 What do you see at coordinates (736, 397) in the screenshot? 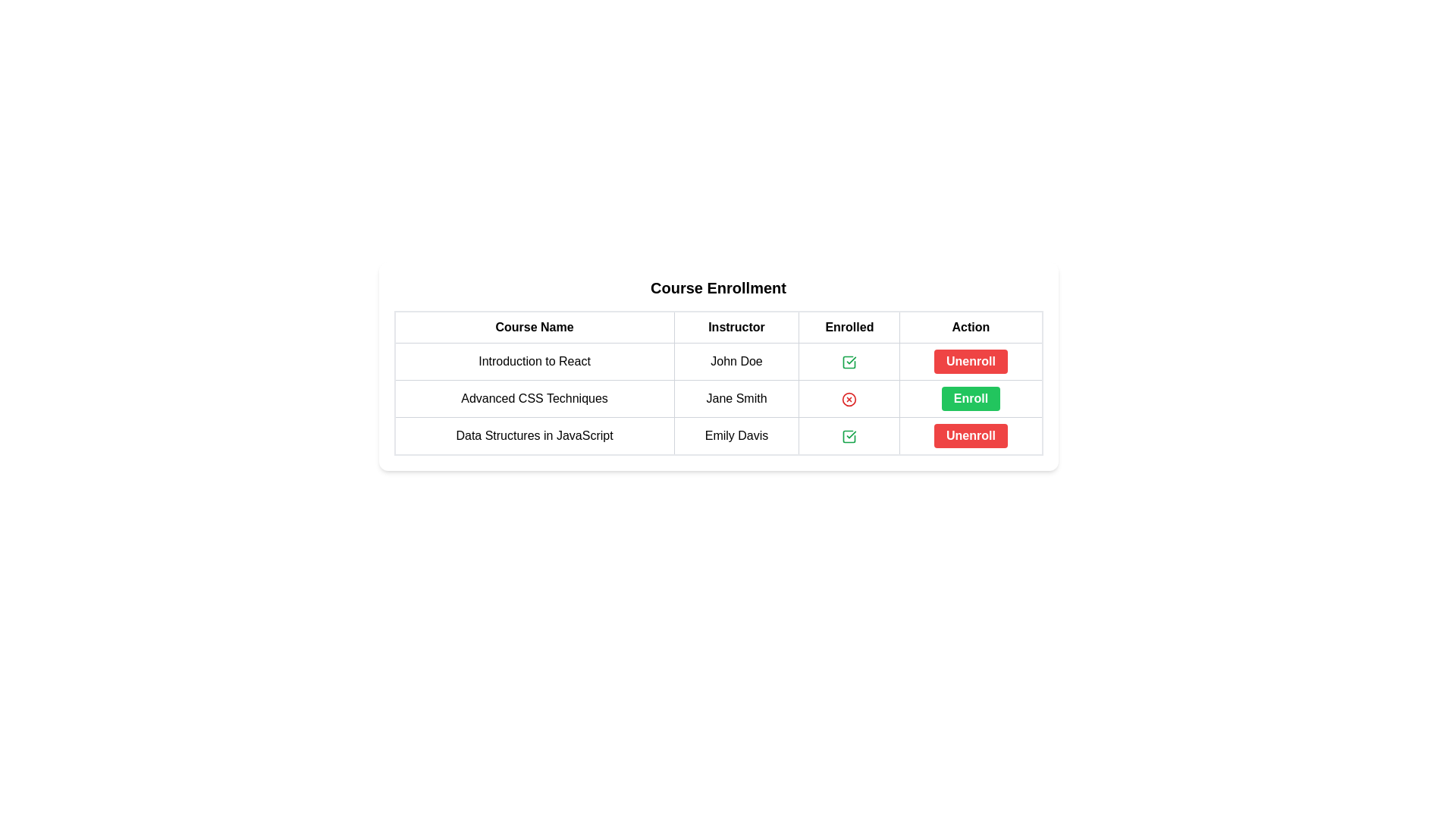
I see `the instructor's name displayed in the second row of the table under the 'Instructor' column` at bounding box center [736, 397].